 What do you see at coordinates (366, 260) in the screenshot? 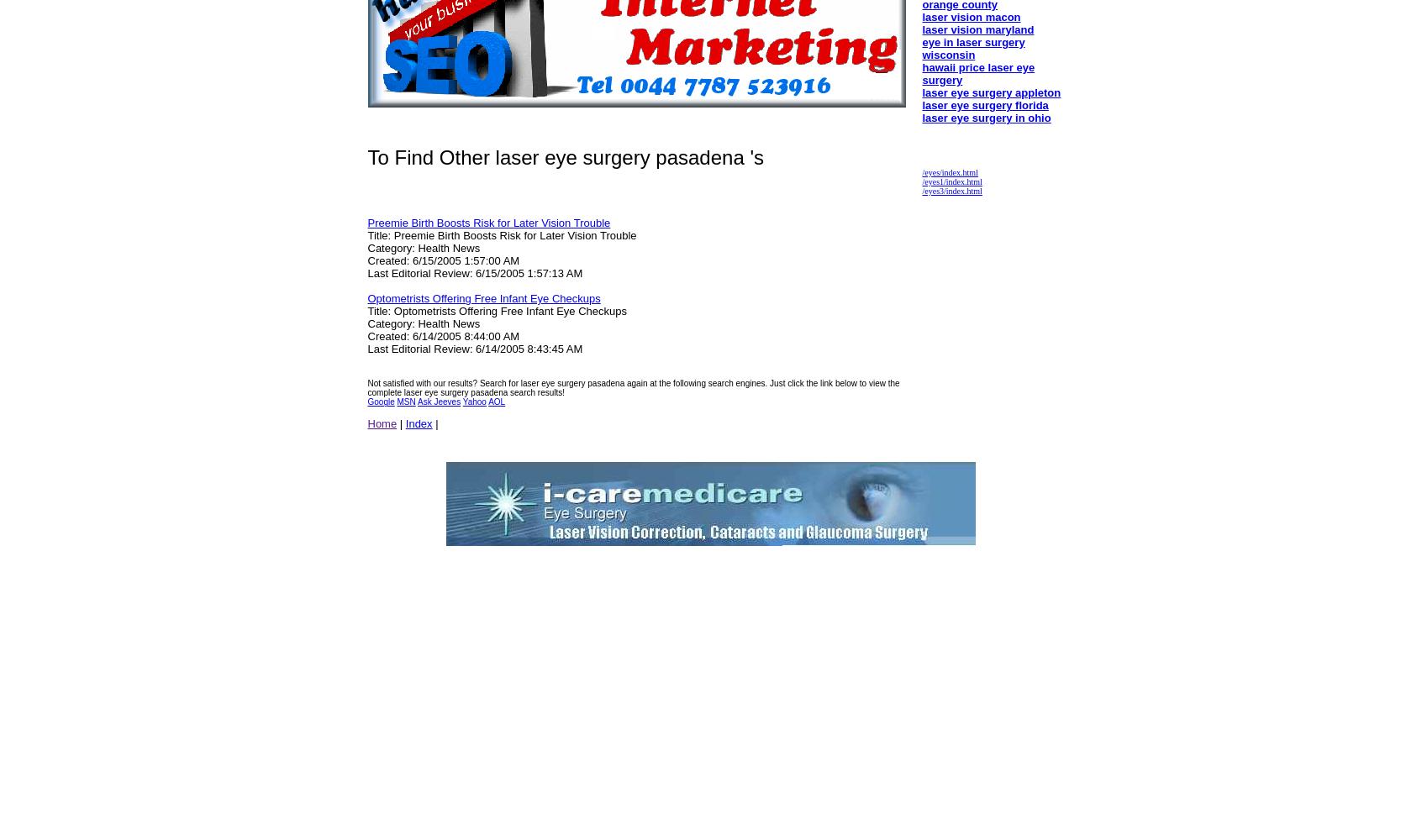
I see `'Created: 6/15/2005 1:57:00 AM'` at bounding box center [366, 260].